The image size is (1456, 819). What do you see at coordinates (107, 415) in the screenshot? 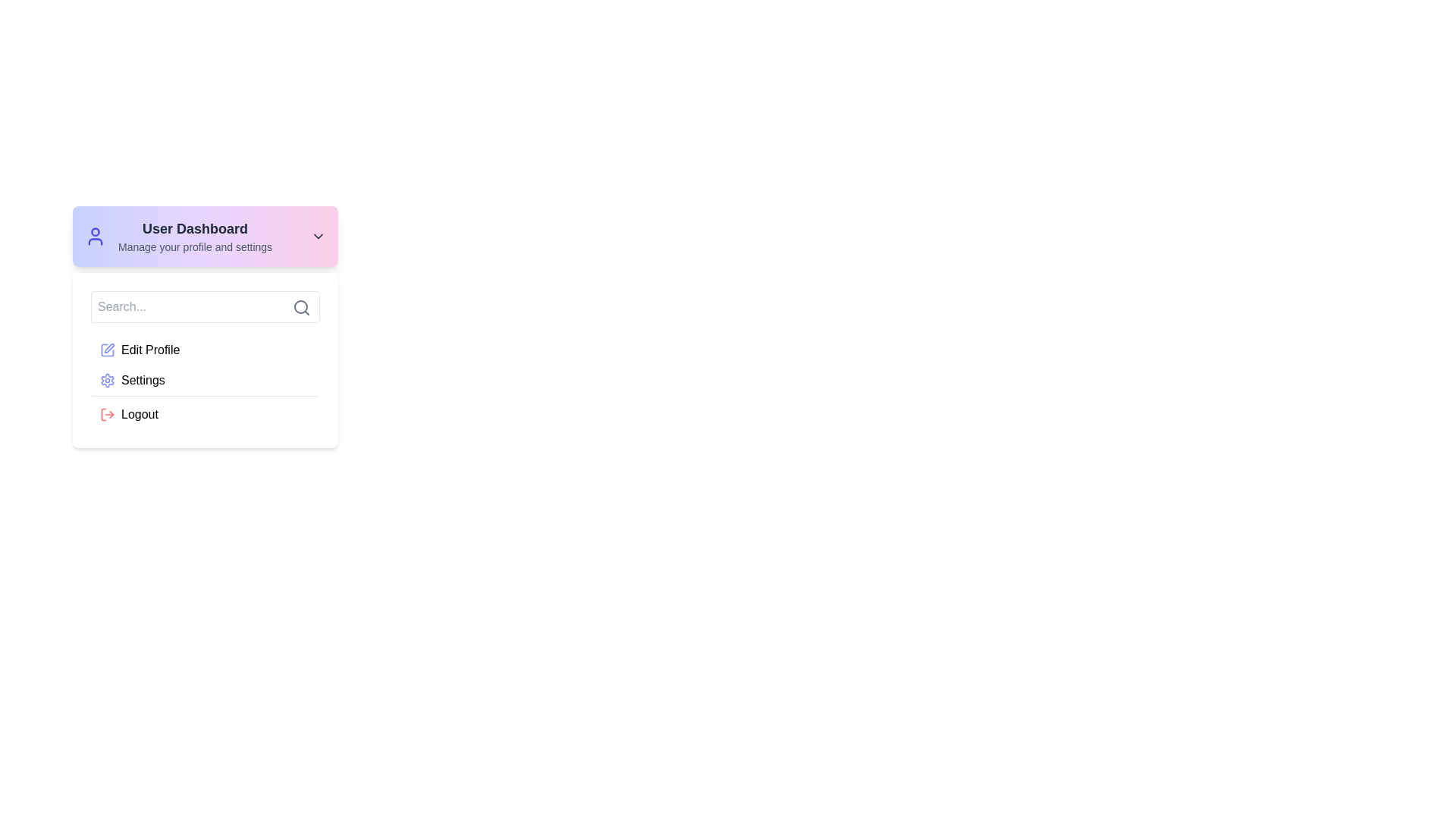
I see `the logout icon located to the left of the 'Logout' text in the bottom row of the dropdown component under the 'User Dashboard' section` at bounding box center [107, 415].